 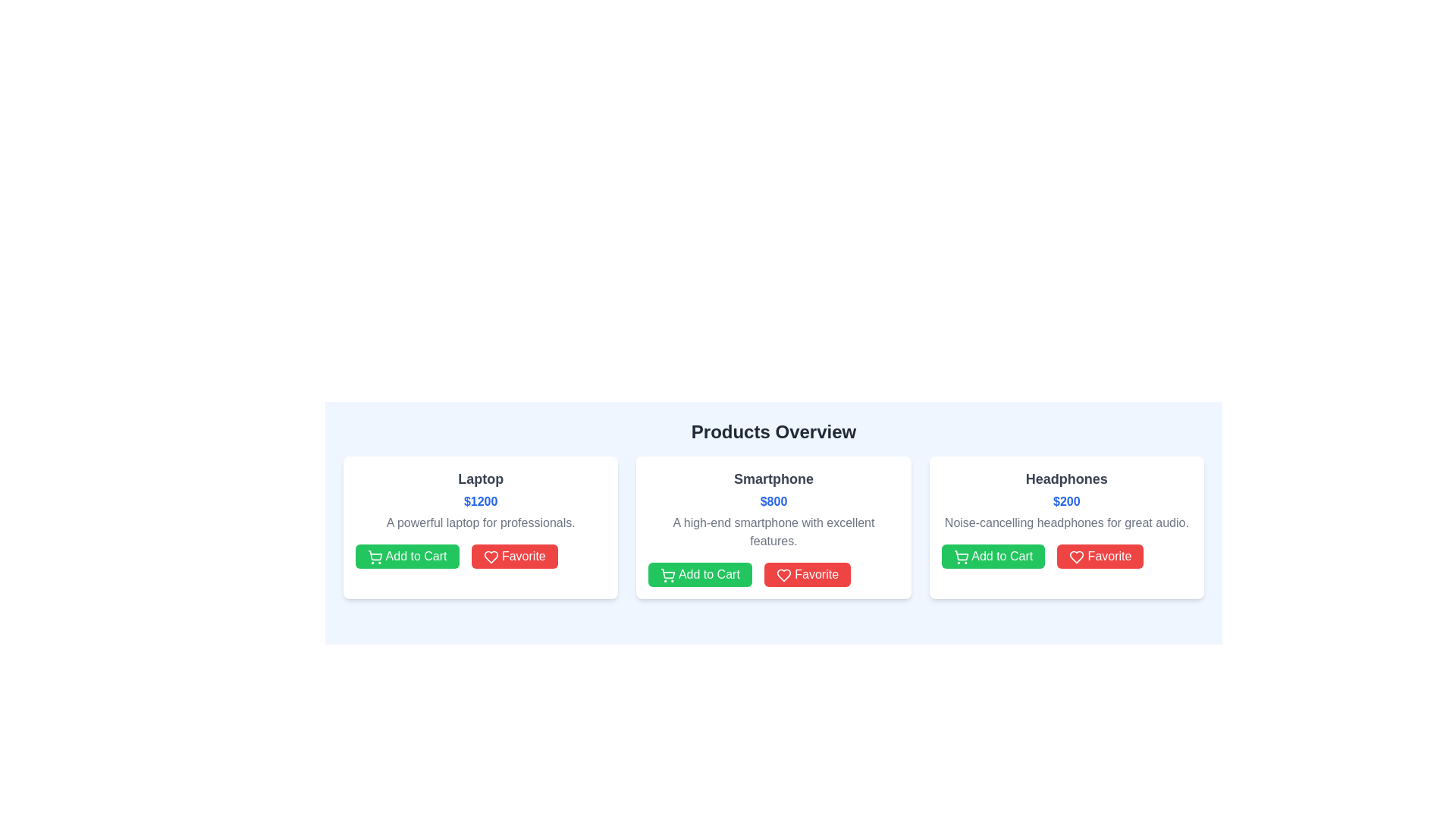 I want to click on the heart icon with a red background located in the second product card under the title 'Smartphone', so click(x=783, y=575).